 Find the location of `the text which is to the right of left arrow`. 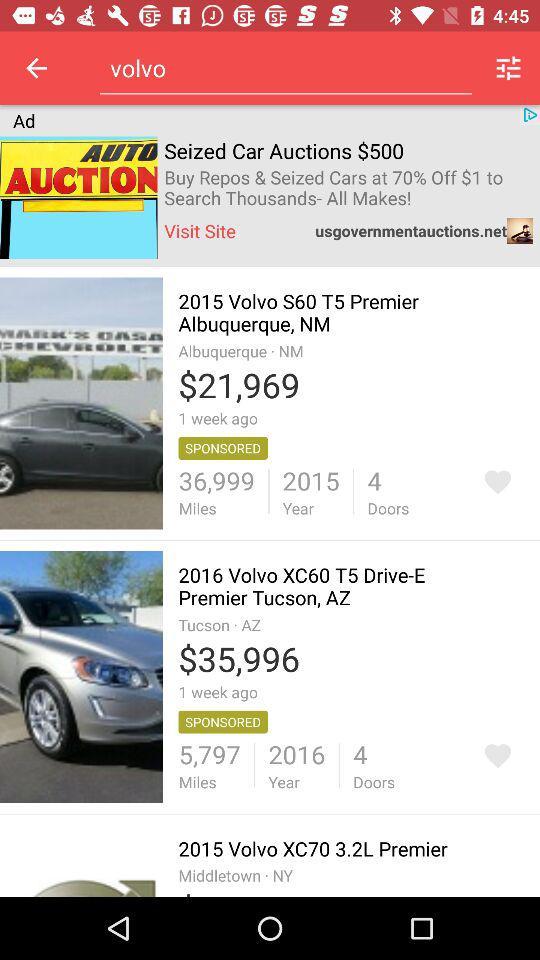

the text which is to the right of left arrow is located at coordinates (284, 68).